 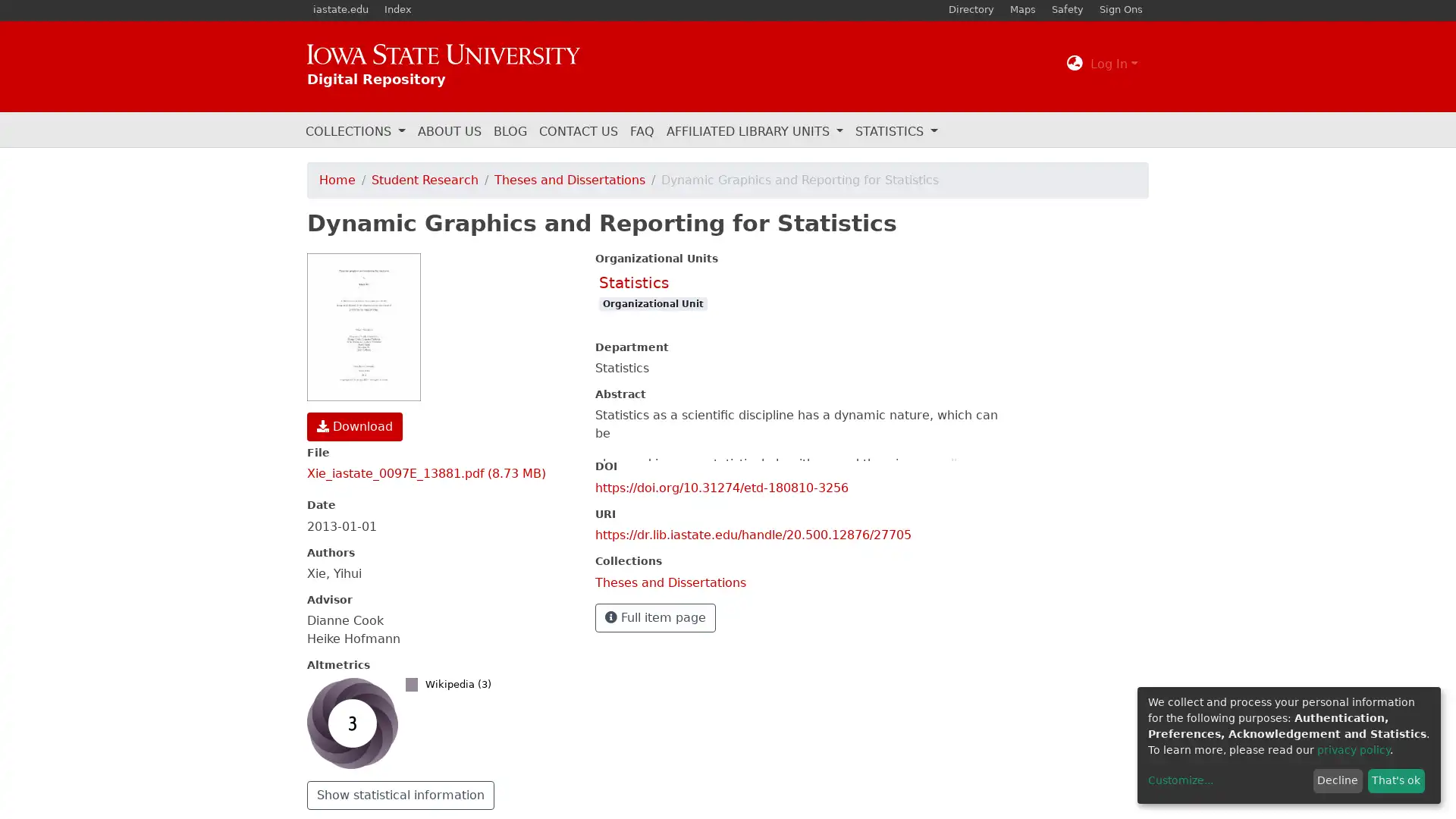 What do you see at coordinates (655, 617) in the screenshot?
I see `Full item page` at bounding box center [655, 617].